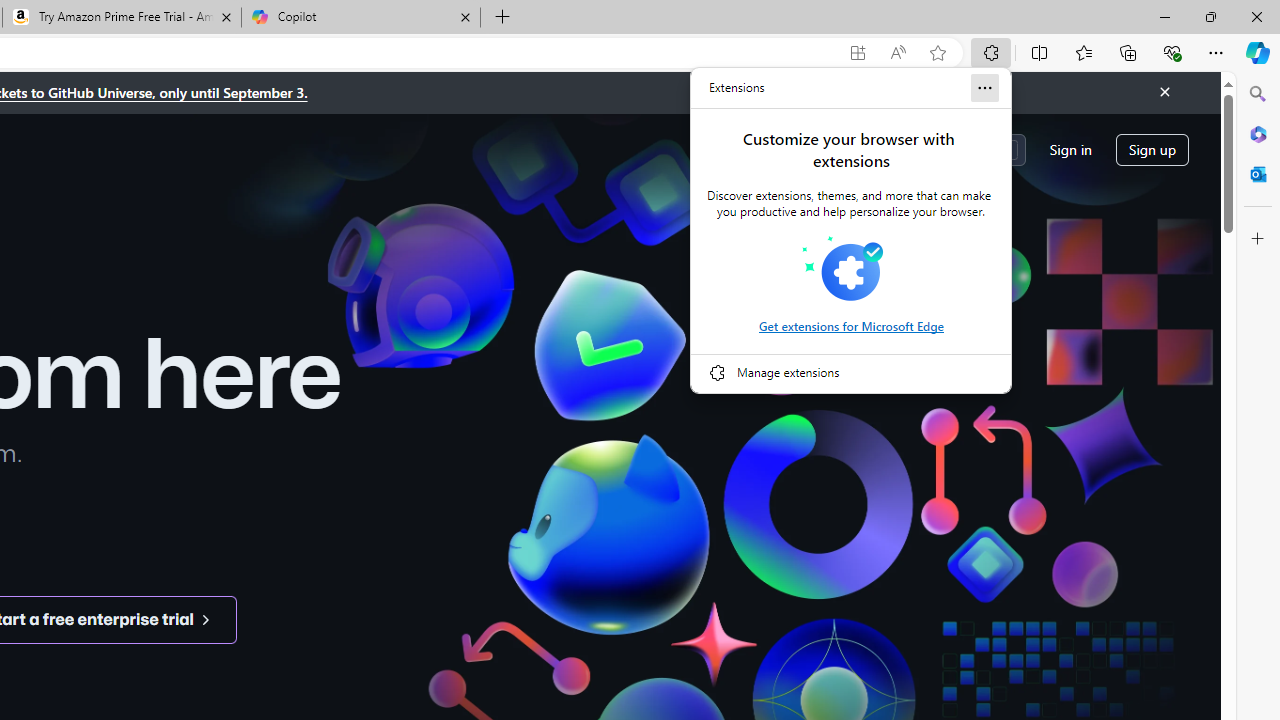 Image resolution: width=1280 pixels, height=720 pixels. I want to click on 'Get extensions for Microsoft Edge', so click(850, 325).